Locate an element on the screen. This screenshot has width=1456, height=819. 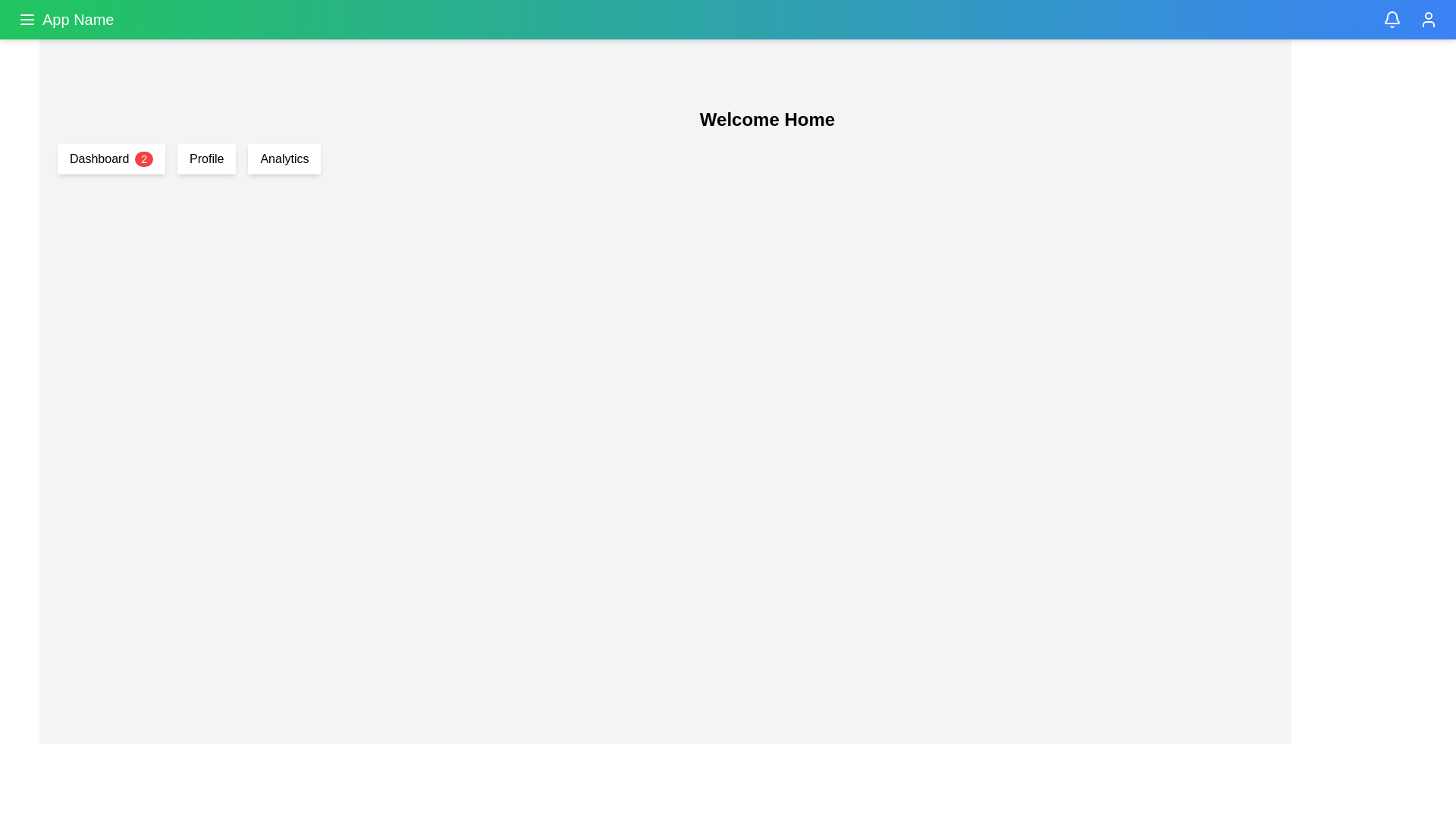
the decorative vector graphic component resembling a notification bell, which is positioned below the top navigation bar and slightly to the right side of the application layout is located at coordinates (1392, 17).